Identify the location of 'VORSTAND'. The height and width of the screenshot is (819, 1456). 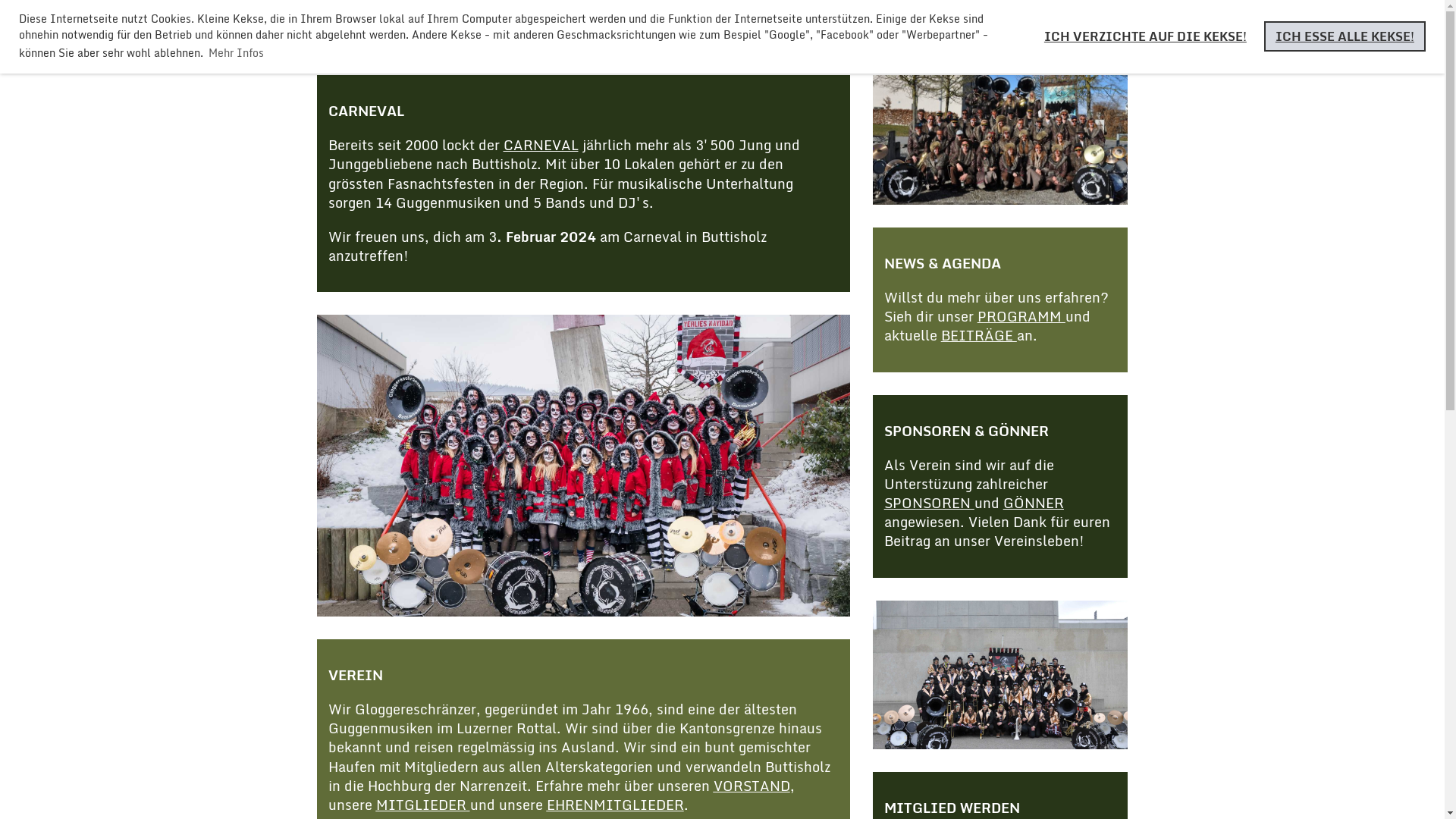
(751, 785).